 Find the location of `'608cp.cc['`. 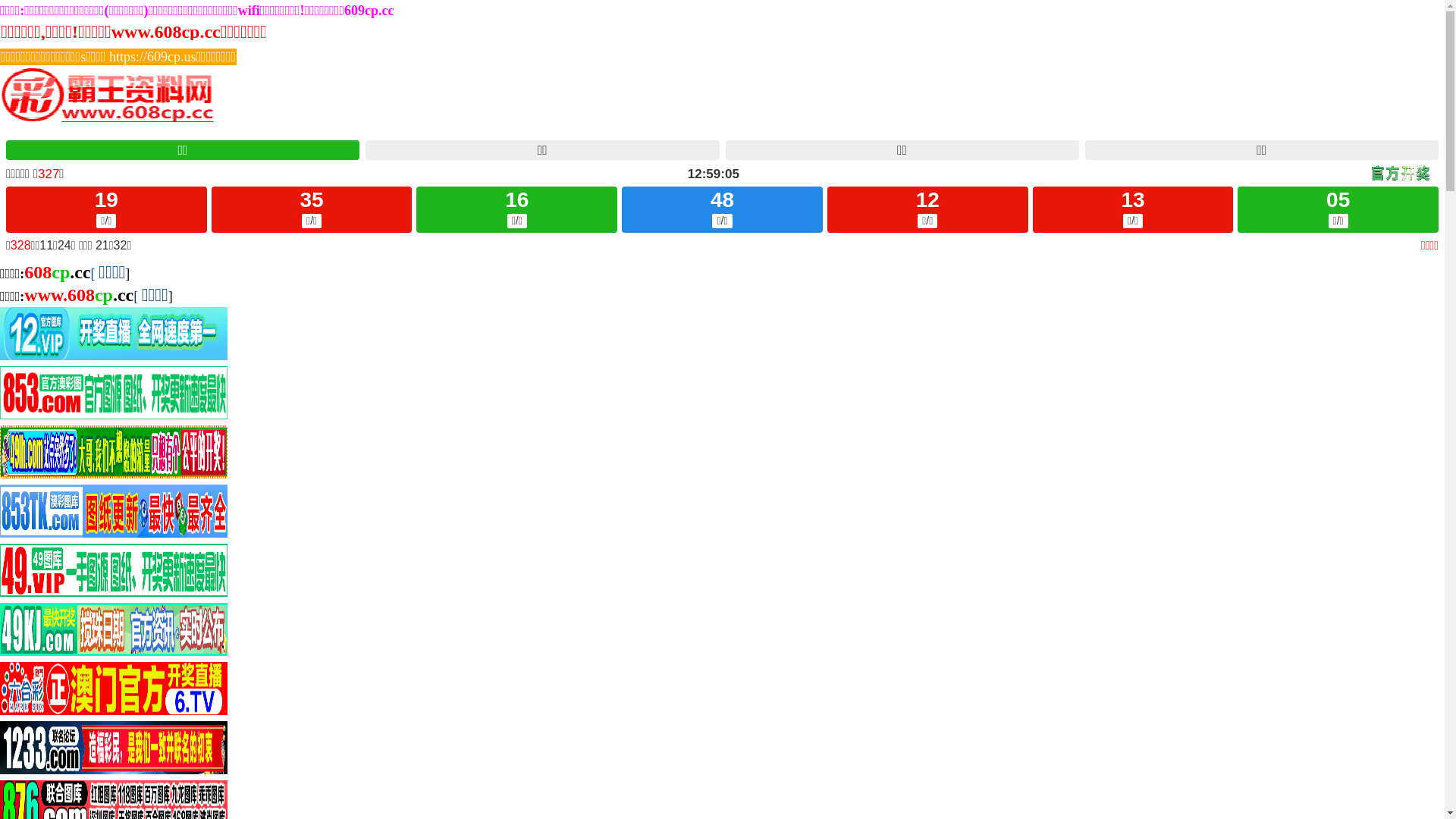

'608cp.cc[' is located at coordinates (59, 274).